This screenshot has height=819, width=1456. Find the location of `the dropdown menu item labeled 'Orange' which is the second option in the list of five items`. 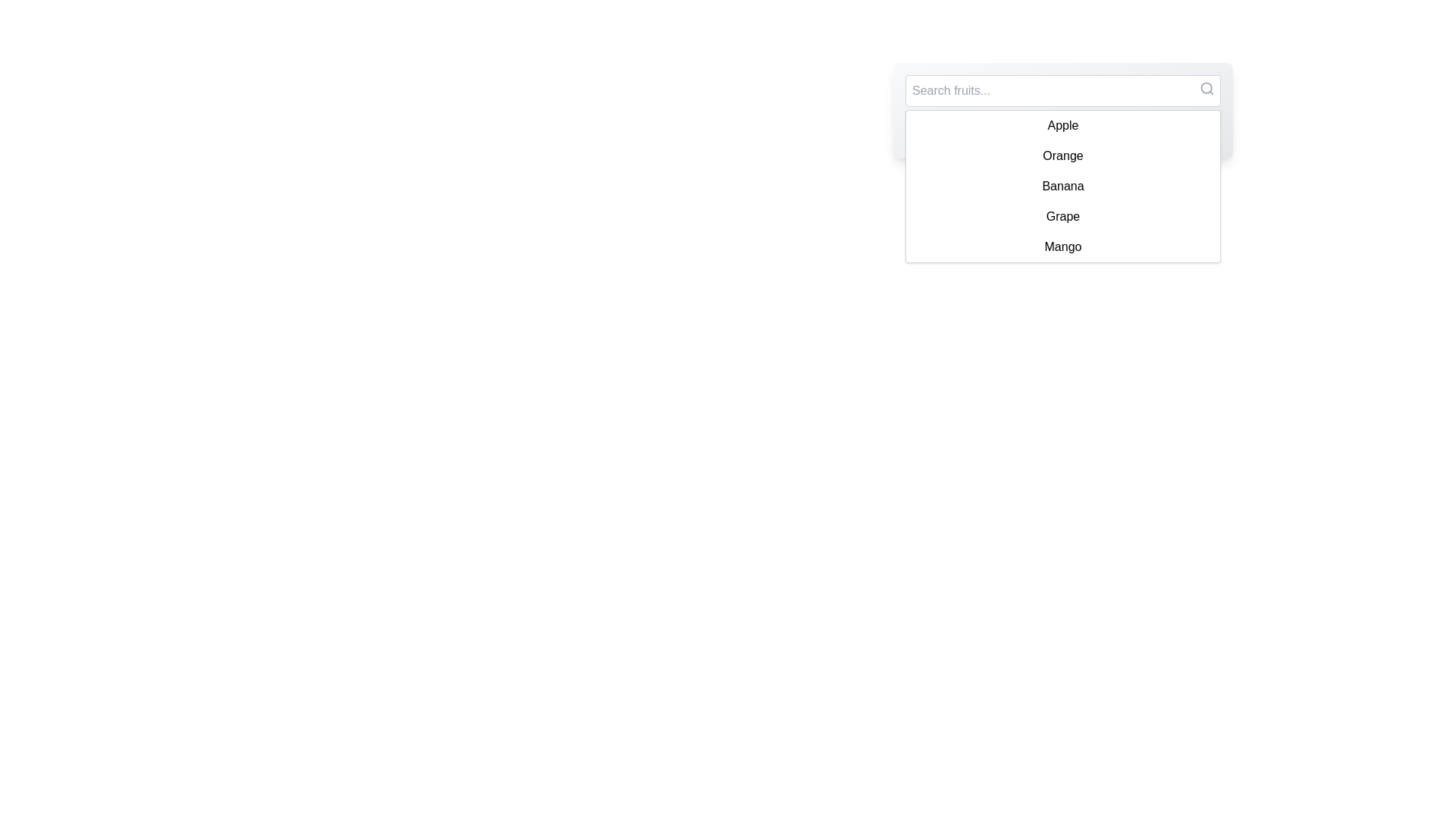

the dropdown menu item labeled 'Orange' which is the second option in the list of five items is located at coordinates (1062, 155).